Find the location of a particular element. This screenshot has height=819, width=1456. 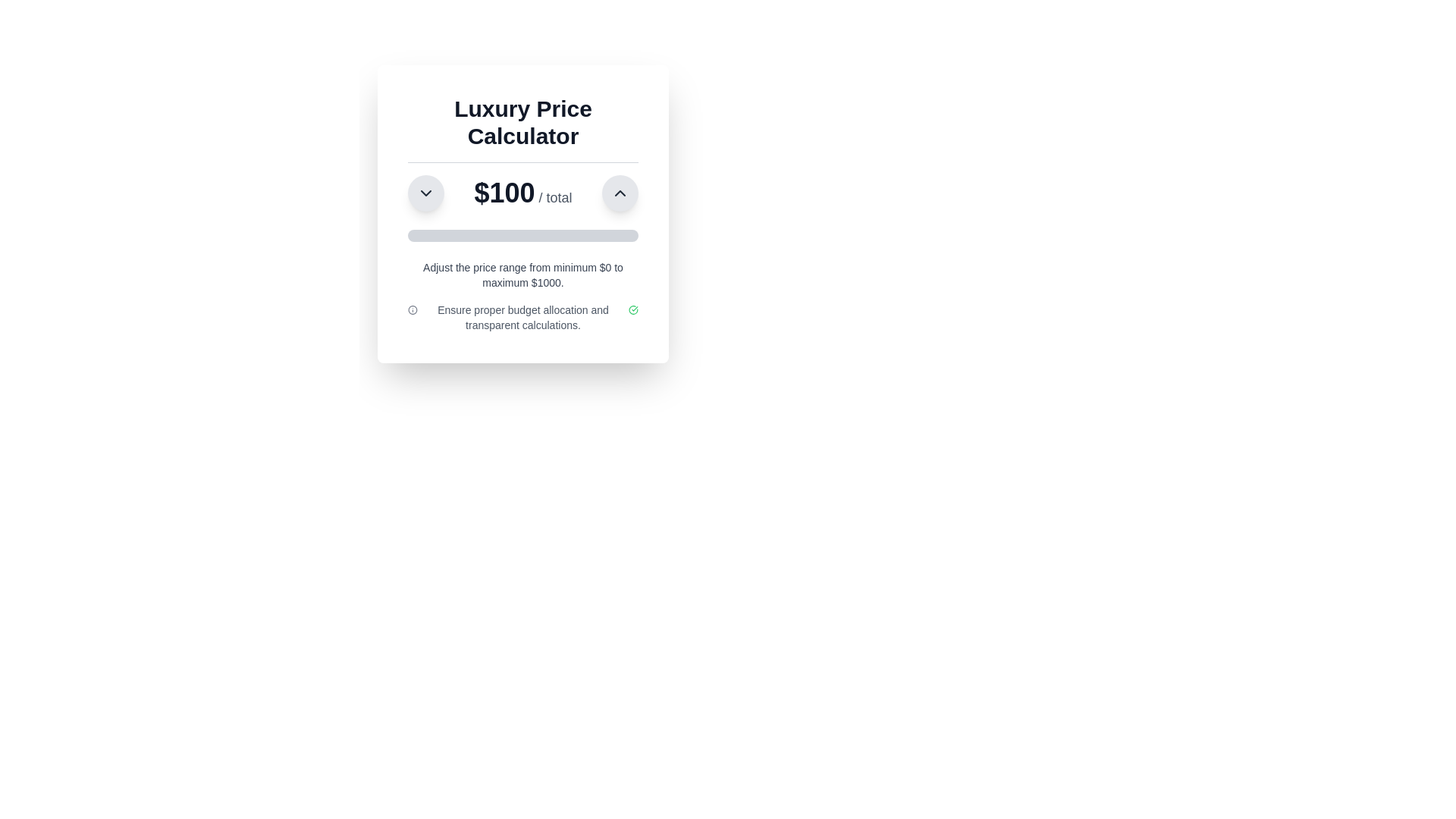

the decorative icon in the bottom-right corner of the circular button located to the left of the displayed numerical value '$100 / total' is located at coordinates (425, 192).